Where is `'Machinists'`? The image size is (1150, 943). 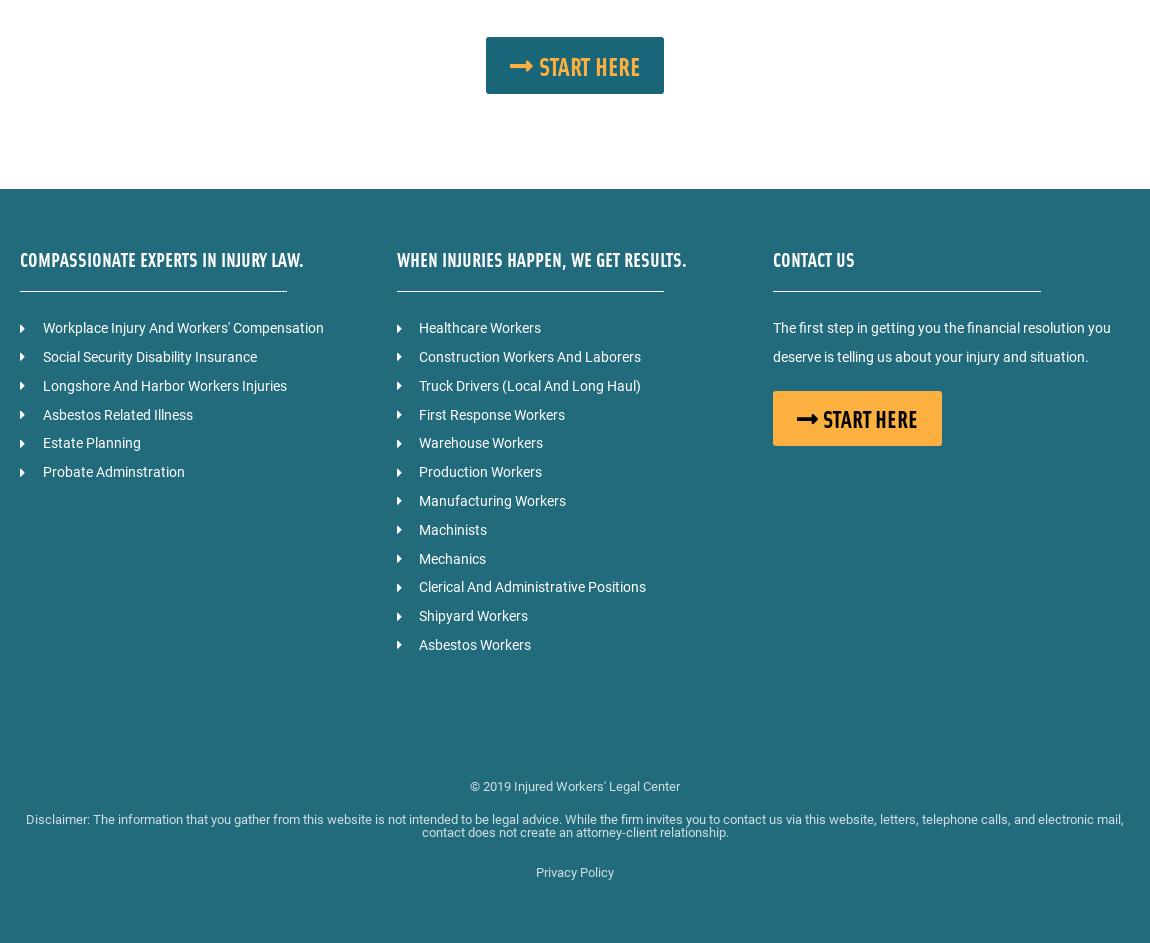 'Machinists' is located at coordinates (418, 529).